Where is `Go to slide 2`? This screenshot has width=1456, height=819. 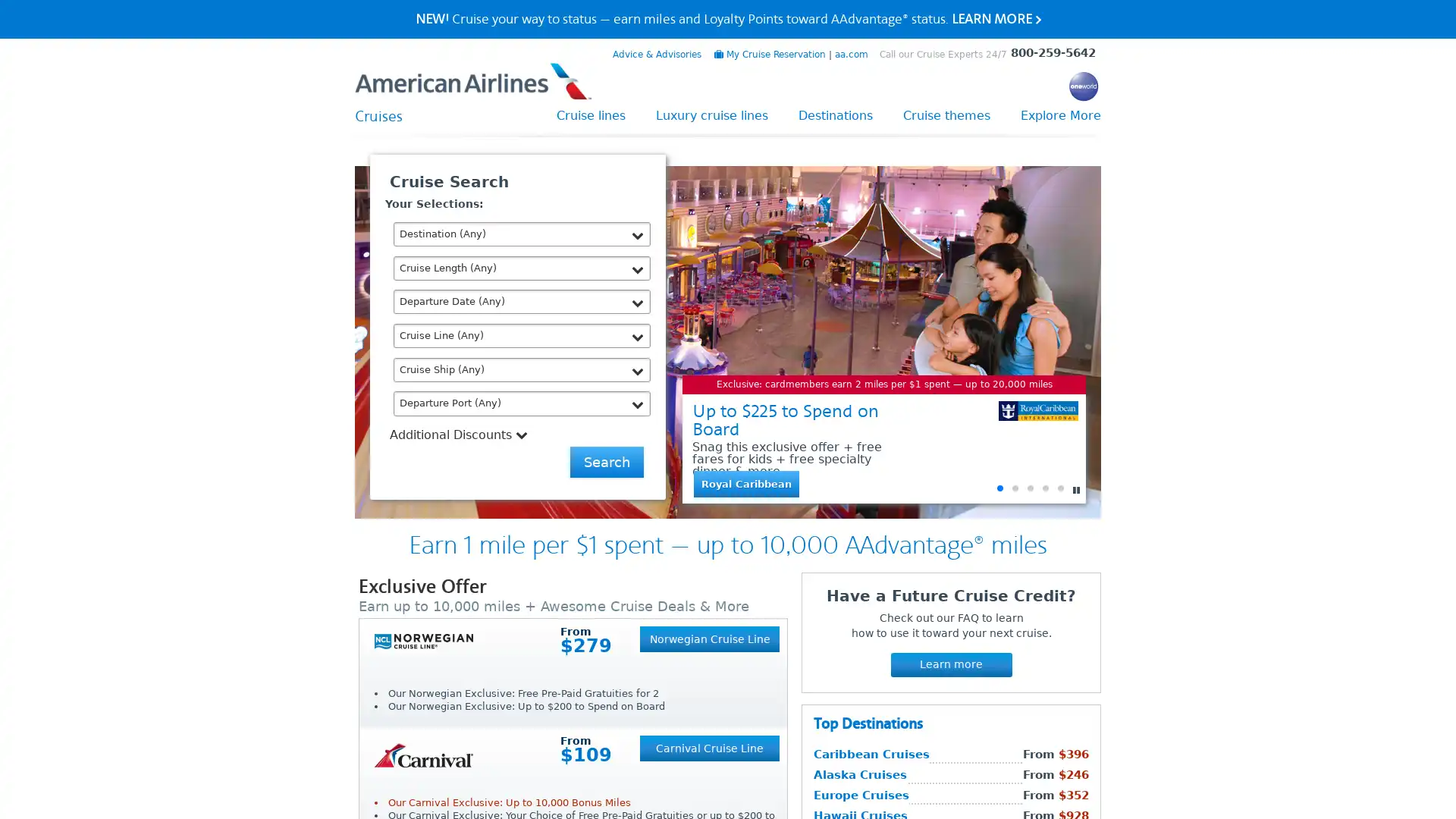
Go to slide 2 is located at coordinates (1015, 488).